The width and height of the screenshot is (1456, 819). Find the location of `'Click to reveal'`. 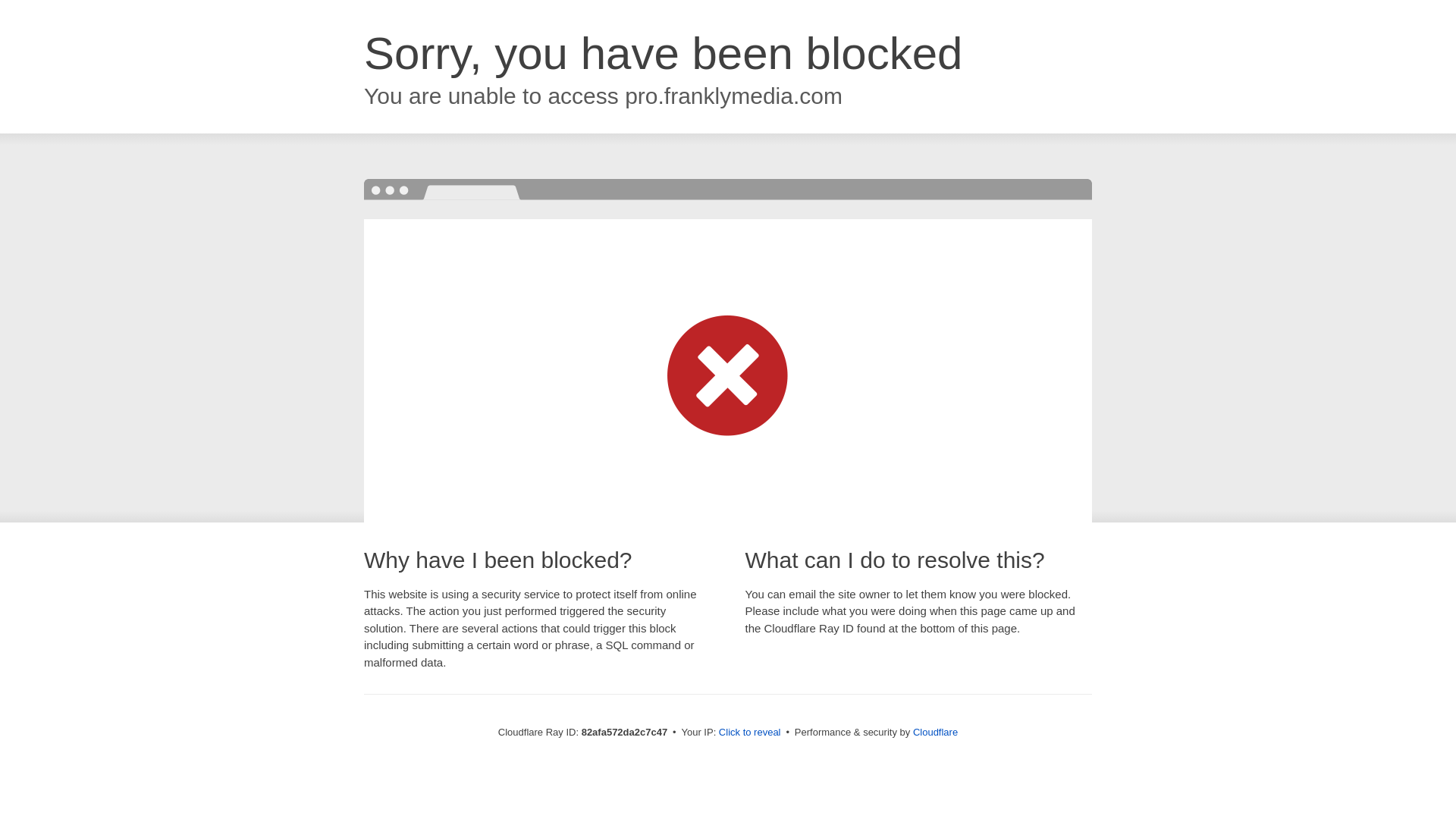

'Click to reveal' is located at coordinates (749, 731).